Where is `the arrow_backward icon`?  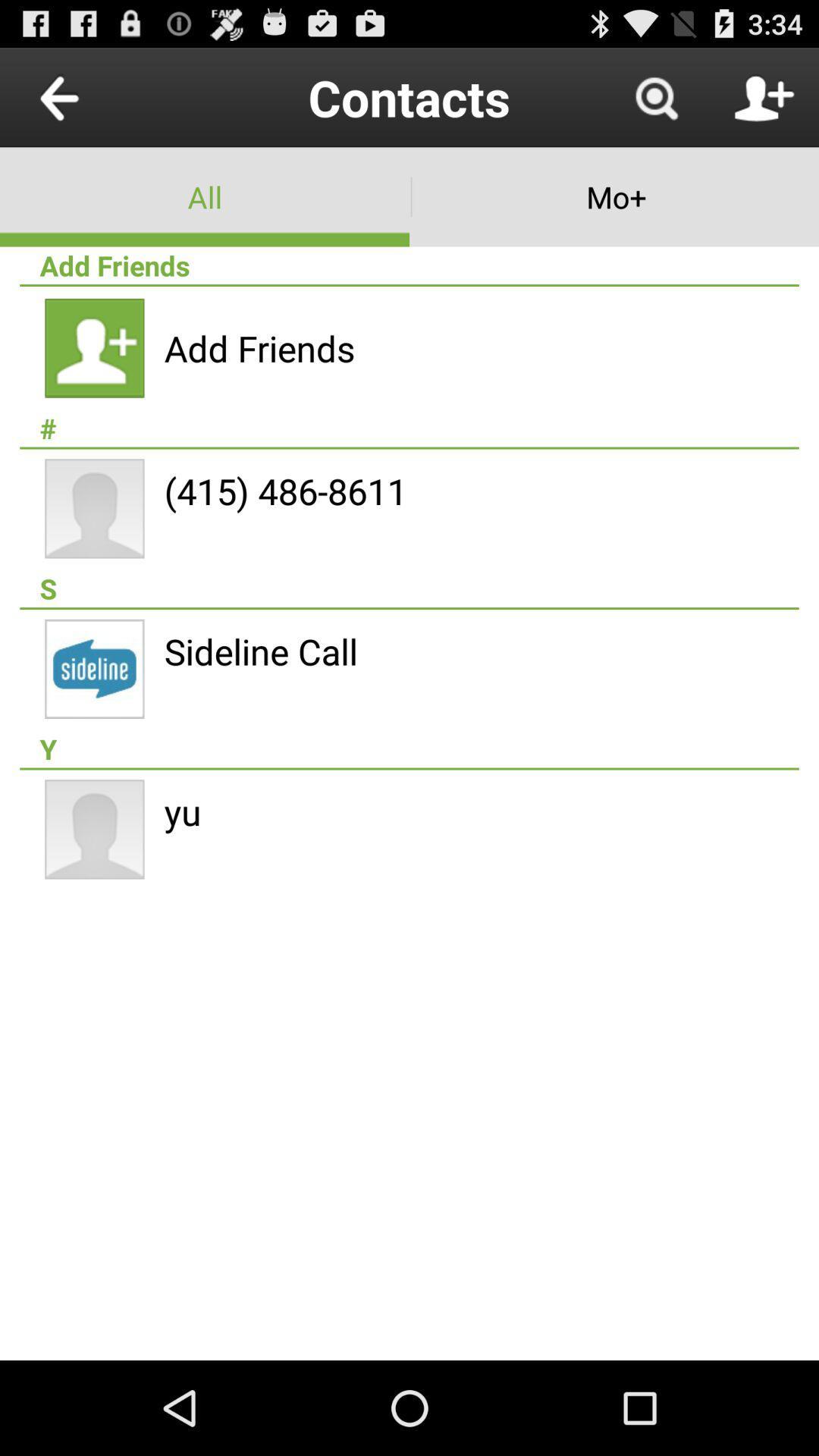
the arrow_backward icon is located at coordinates (94, 103).